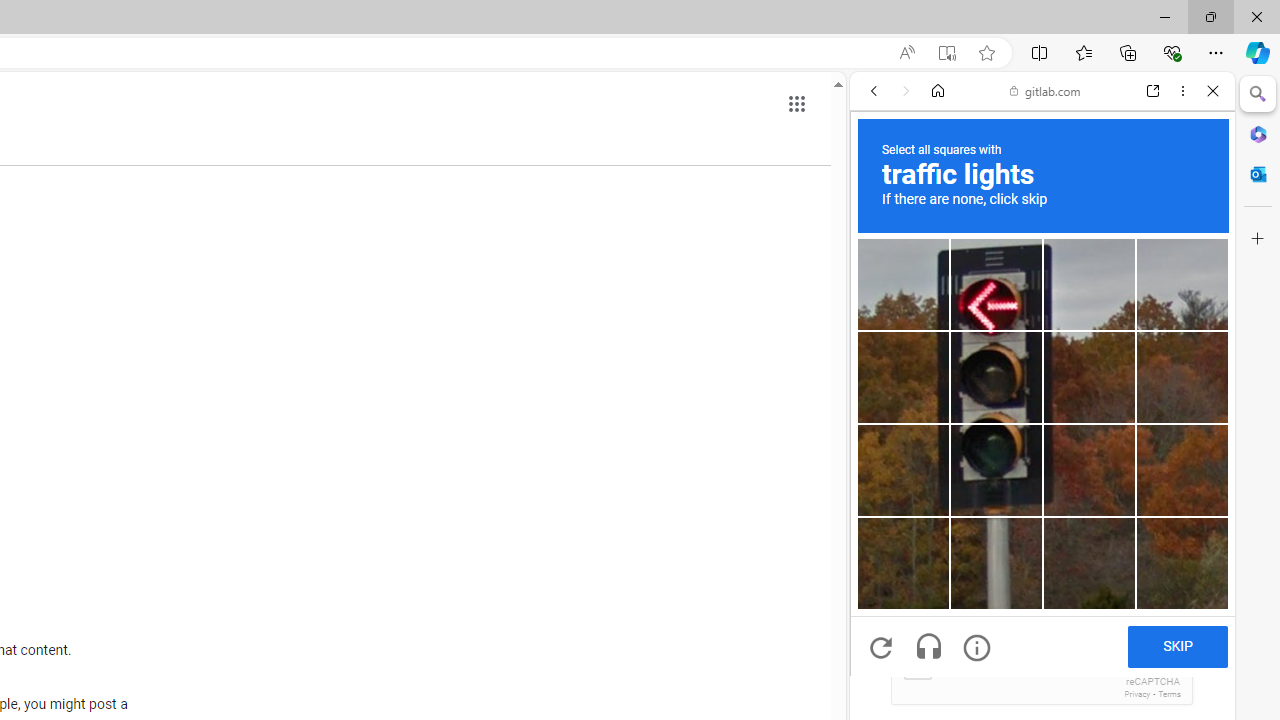 The width and height of the screenshot is (1280, 720). Describe the element at coordinates (1041, 445) in the screenshot. I see `'Register Now'` at that location.